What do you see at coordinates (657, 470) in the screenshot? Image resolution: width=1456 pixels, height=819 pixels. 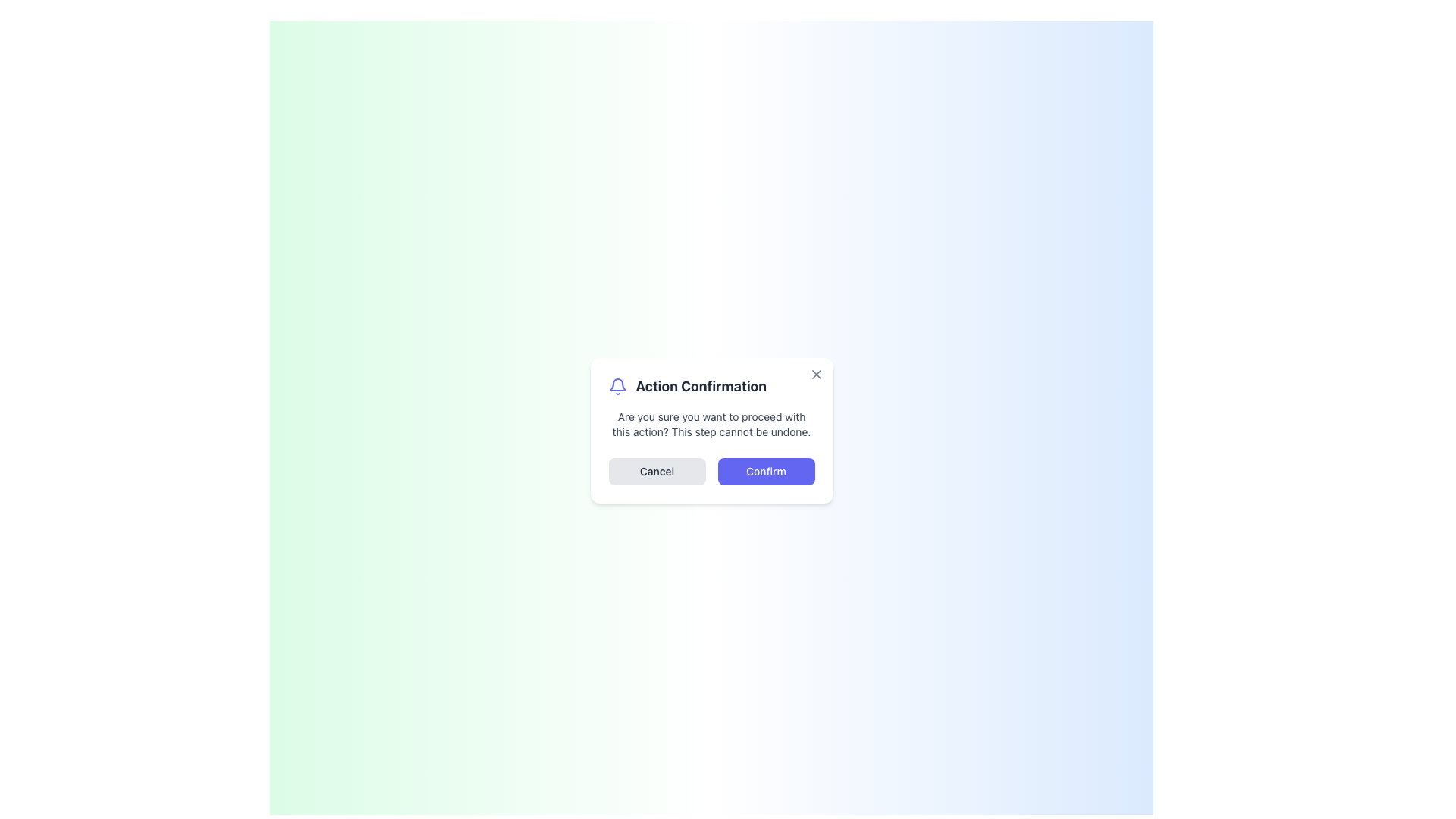 I see `the 'Cancel' button, which is a rectangular button with rounded corners, gray background, located in the bottom left of the confirmation dialog box` at bounding box center [657, 470].